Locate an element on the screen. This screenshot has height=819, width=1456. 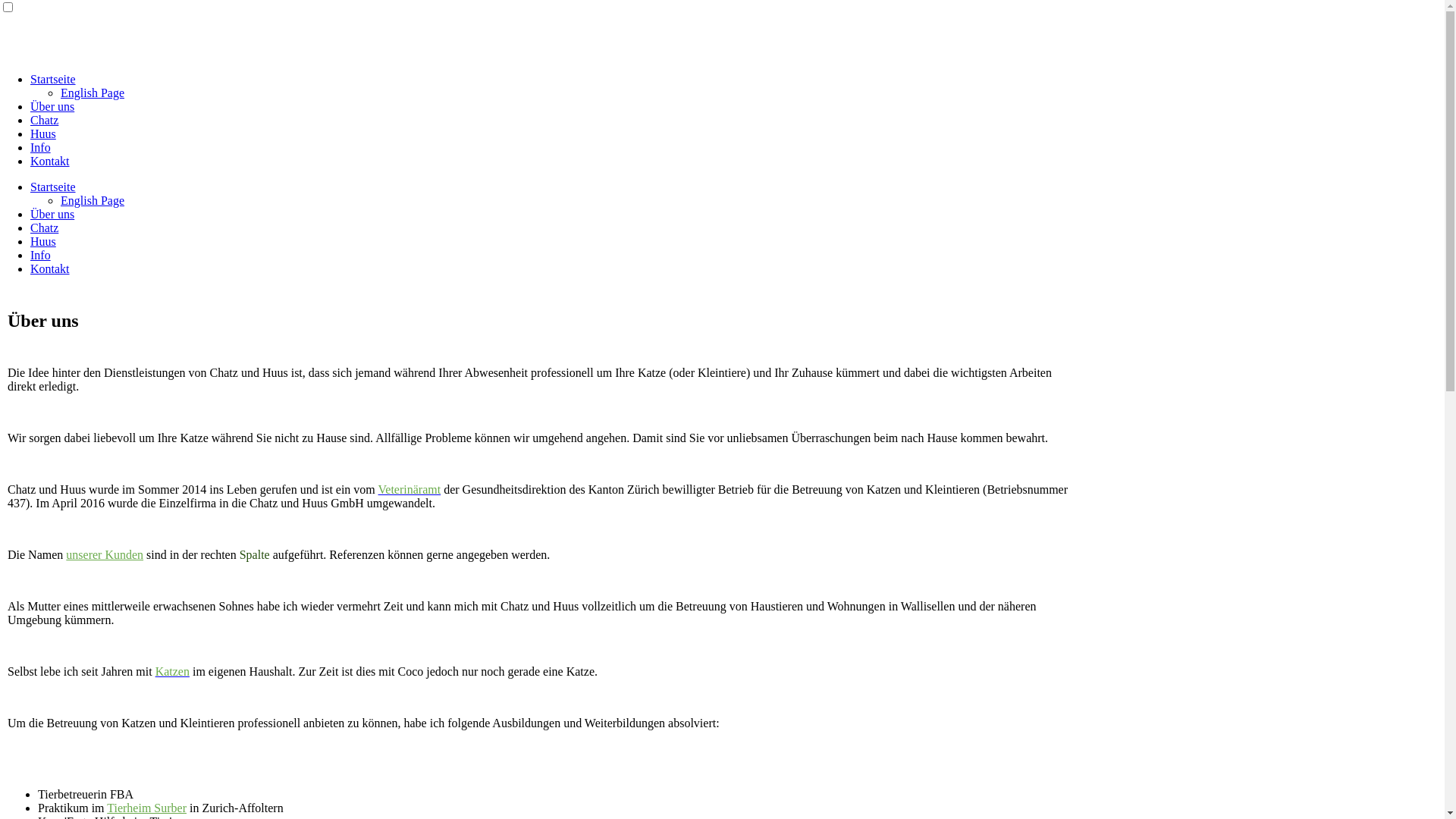
'Kontakt' is located at coordinates (30, 268).